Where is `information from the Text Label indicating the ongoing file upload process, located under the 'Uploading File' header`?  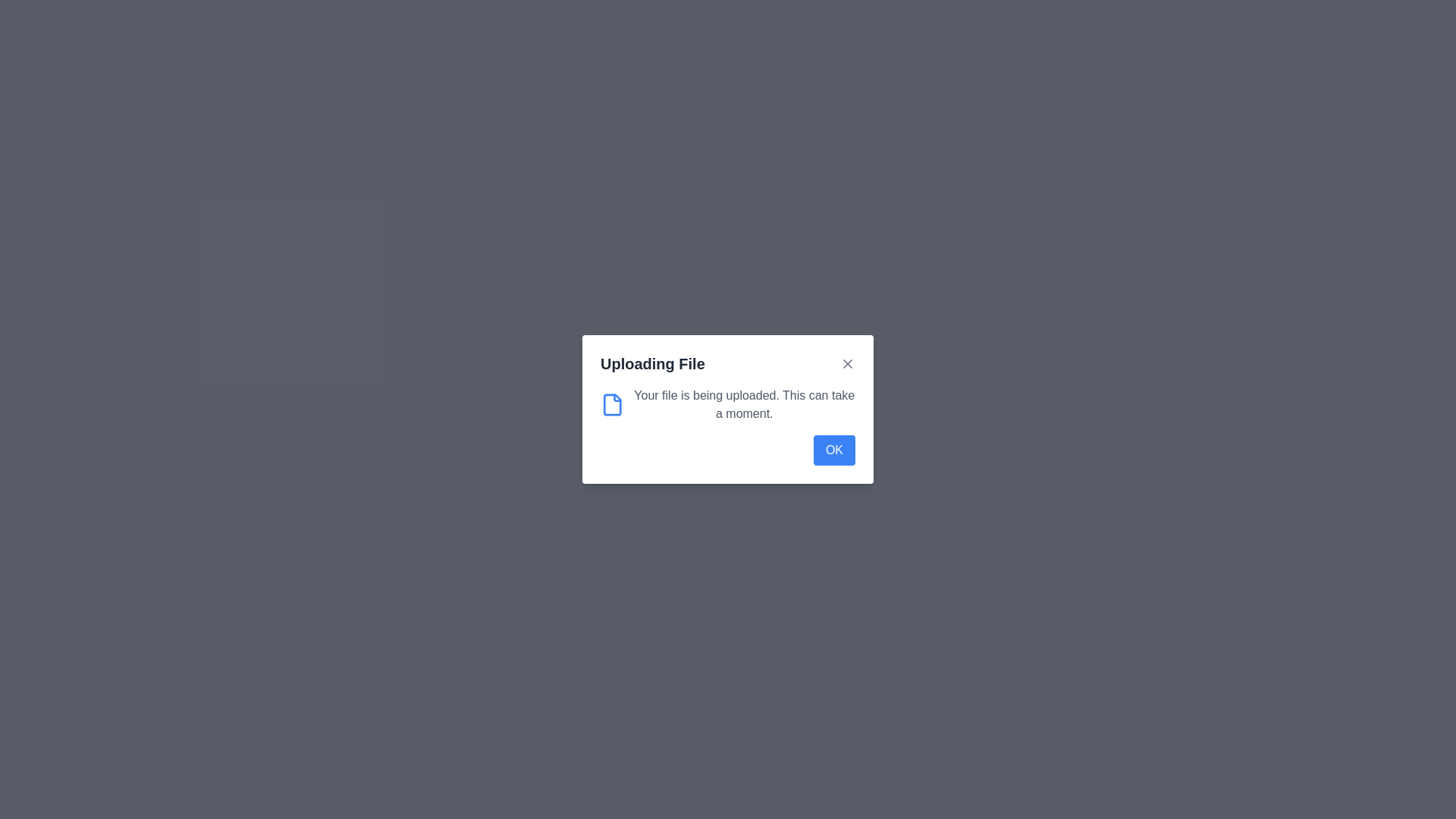 information from the Text Label indicating the ongoing file upload process, located under the 'Uploading File' header is located at coordinates (744, 403).